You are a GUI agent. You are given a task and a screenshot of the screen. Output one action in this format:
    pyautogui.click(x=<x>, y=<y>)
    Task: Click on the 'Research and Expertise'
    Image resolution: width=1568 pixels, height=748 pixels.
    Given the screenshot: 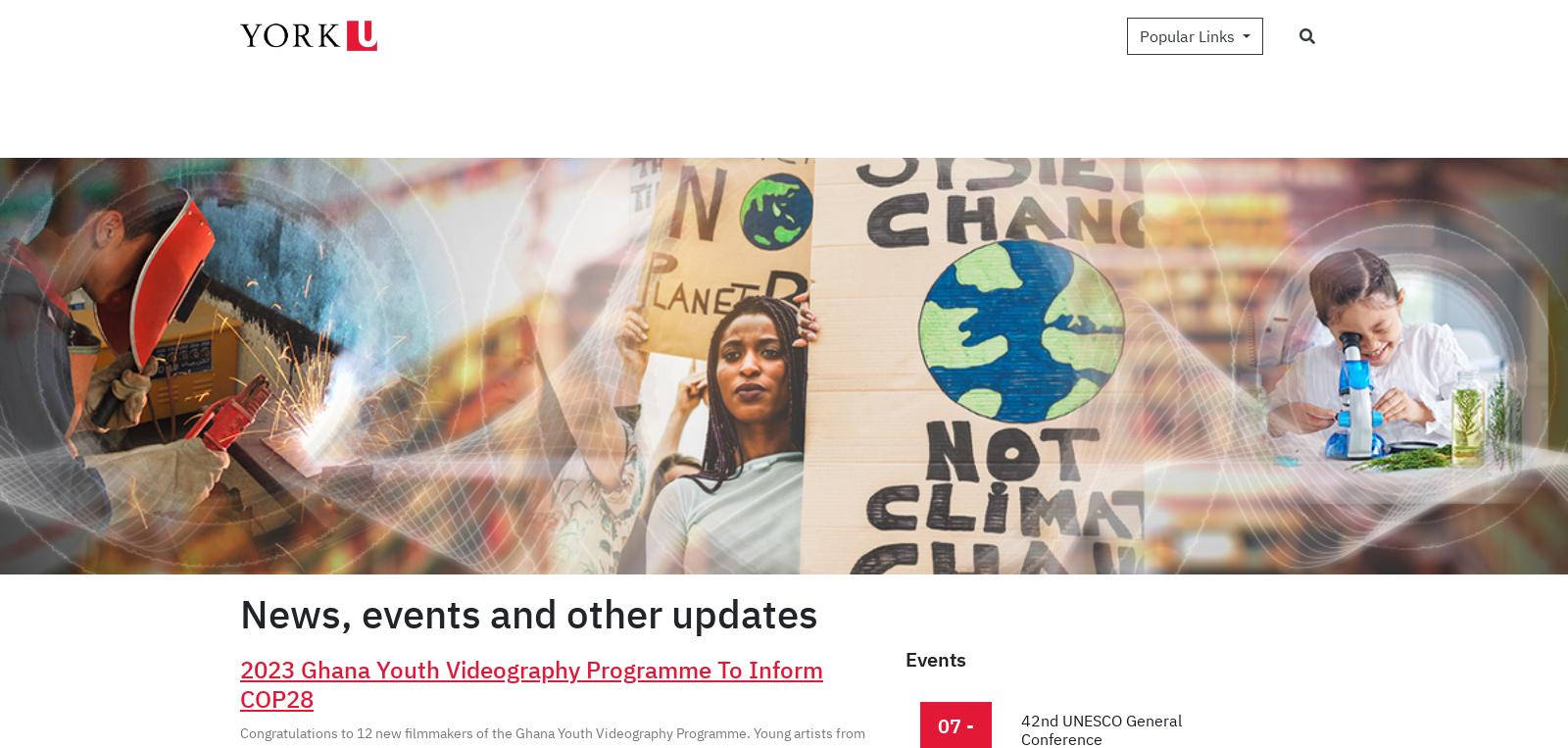 What is the action you would take?
    pyautogui.click(x=513, y=66)
    